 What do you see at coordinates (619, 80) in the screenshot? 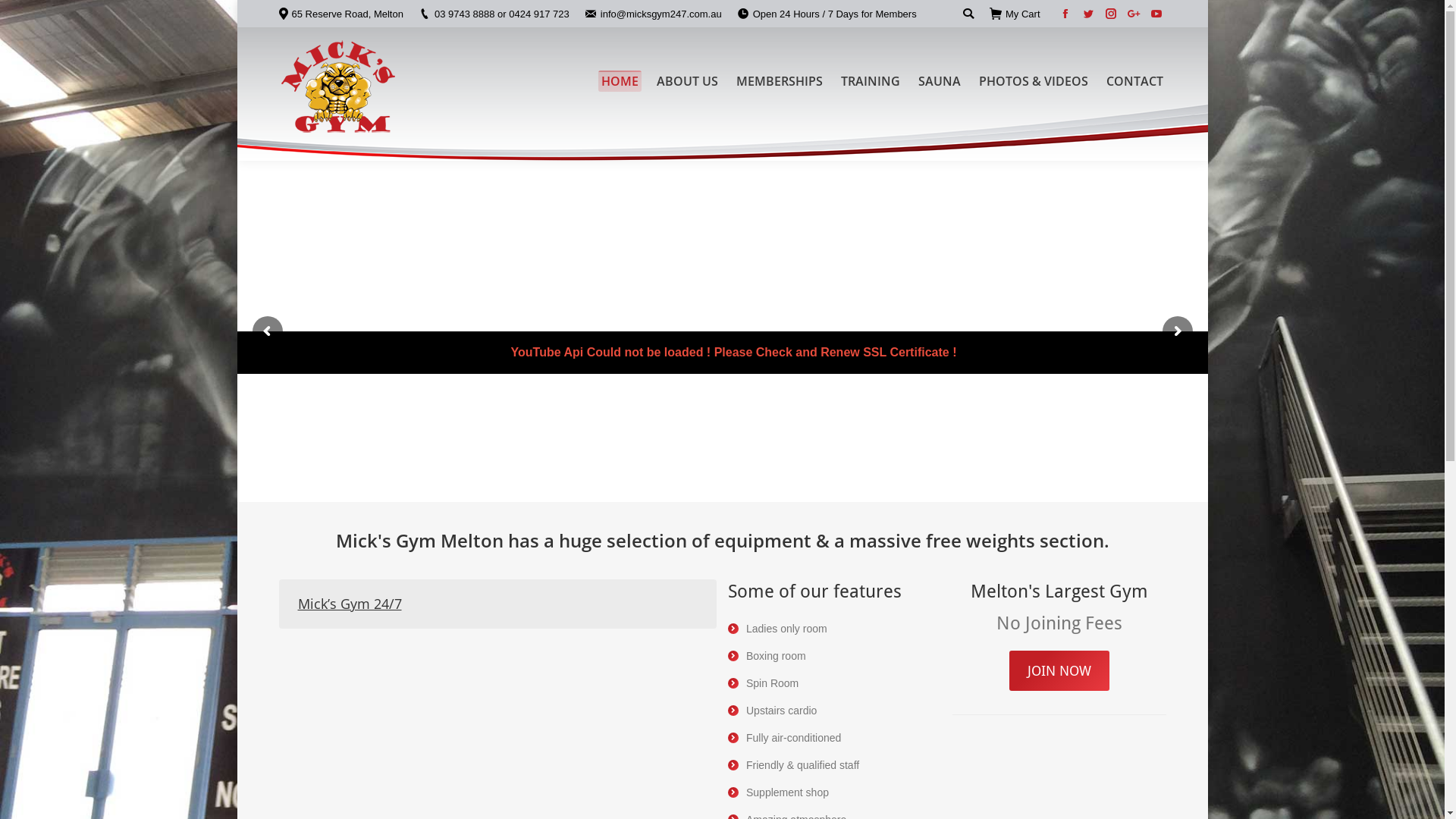
I see `'HOME'` at bounding box center [619, 80].